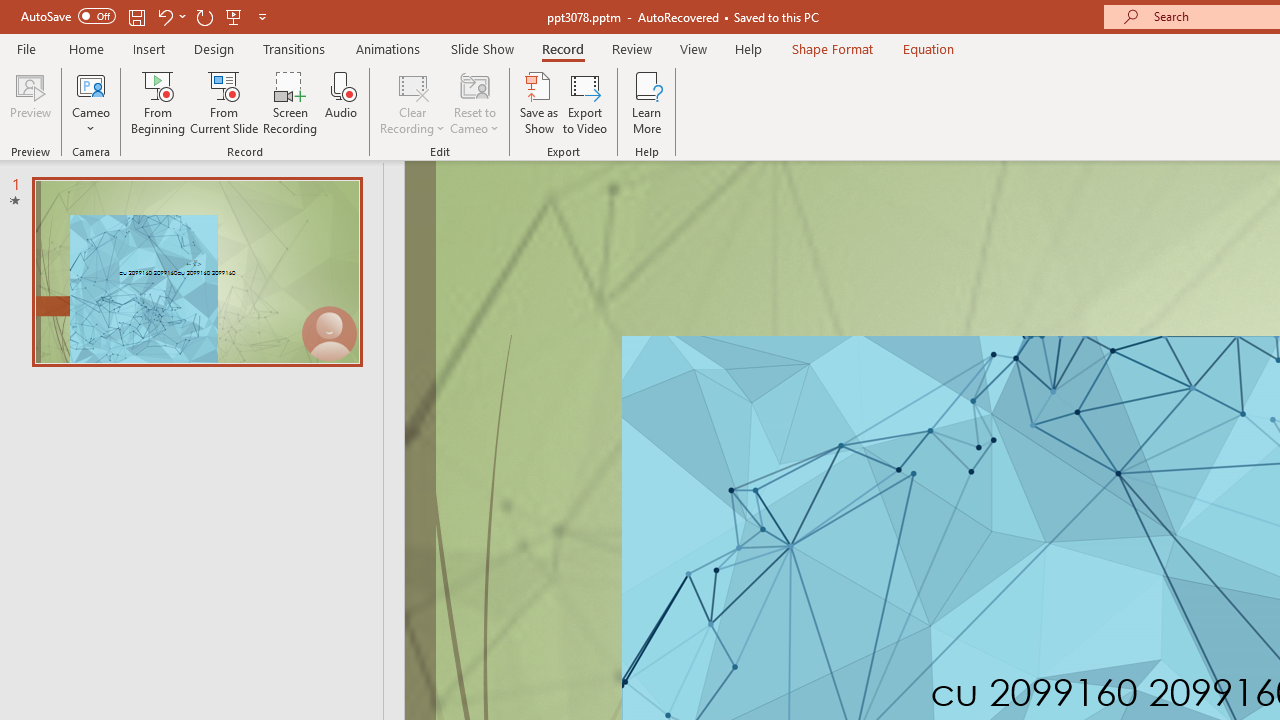 Image resolution: width=1280 pixels, height=720 pixels. Describe the element at coordinates (224, 103) in the screenshot. I see `'From Current Slide...'` at that location.